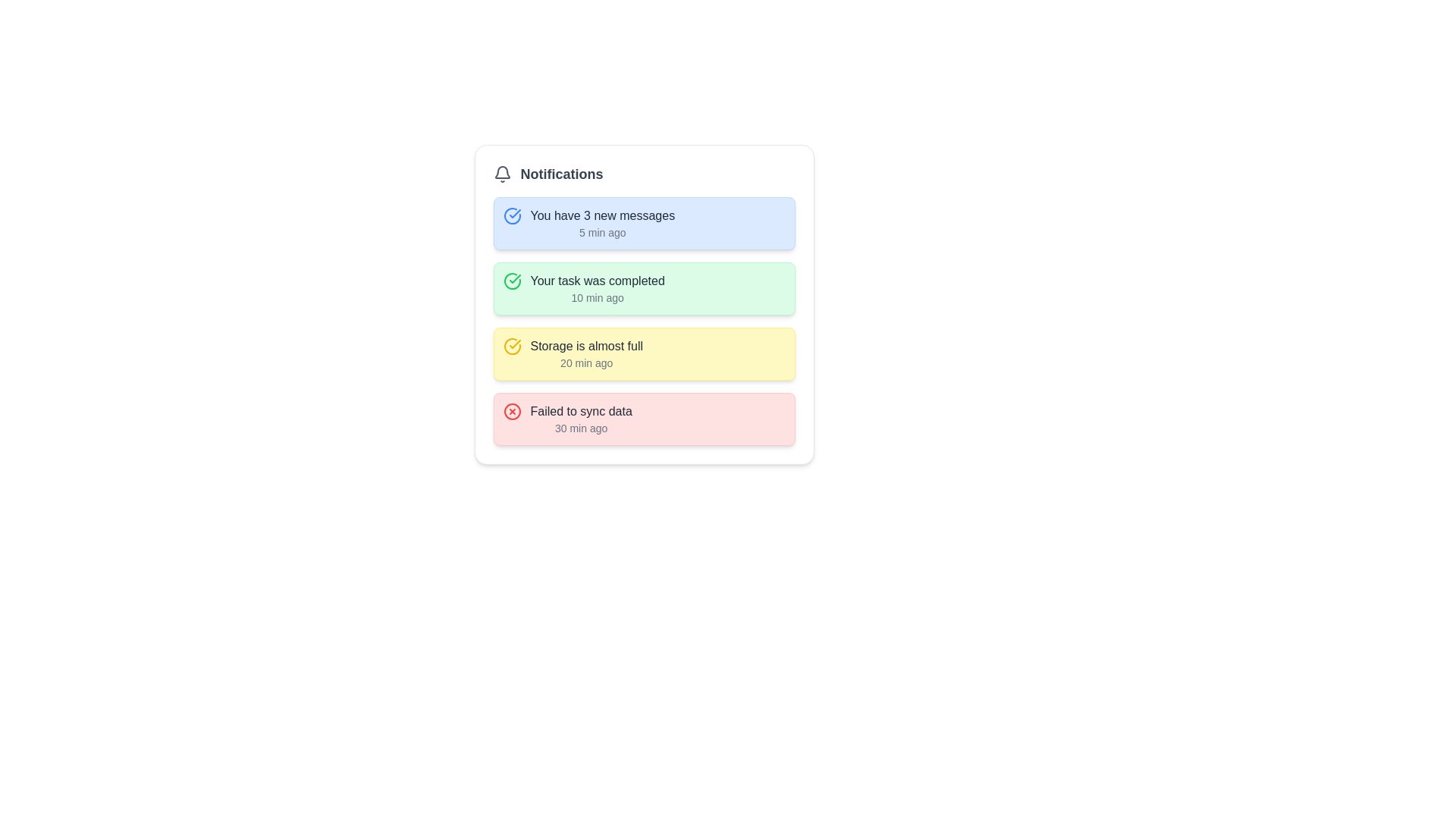 This screenshot has height=819, width=1456. Describe the element at coordinates (580, 428) in the screenshot. I see `timestamp displayed in the bottom-right corner of the notification card indicating the age of the 'Failed to sync data' message` at that location.